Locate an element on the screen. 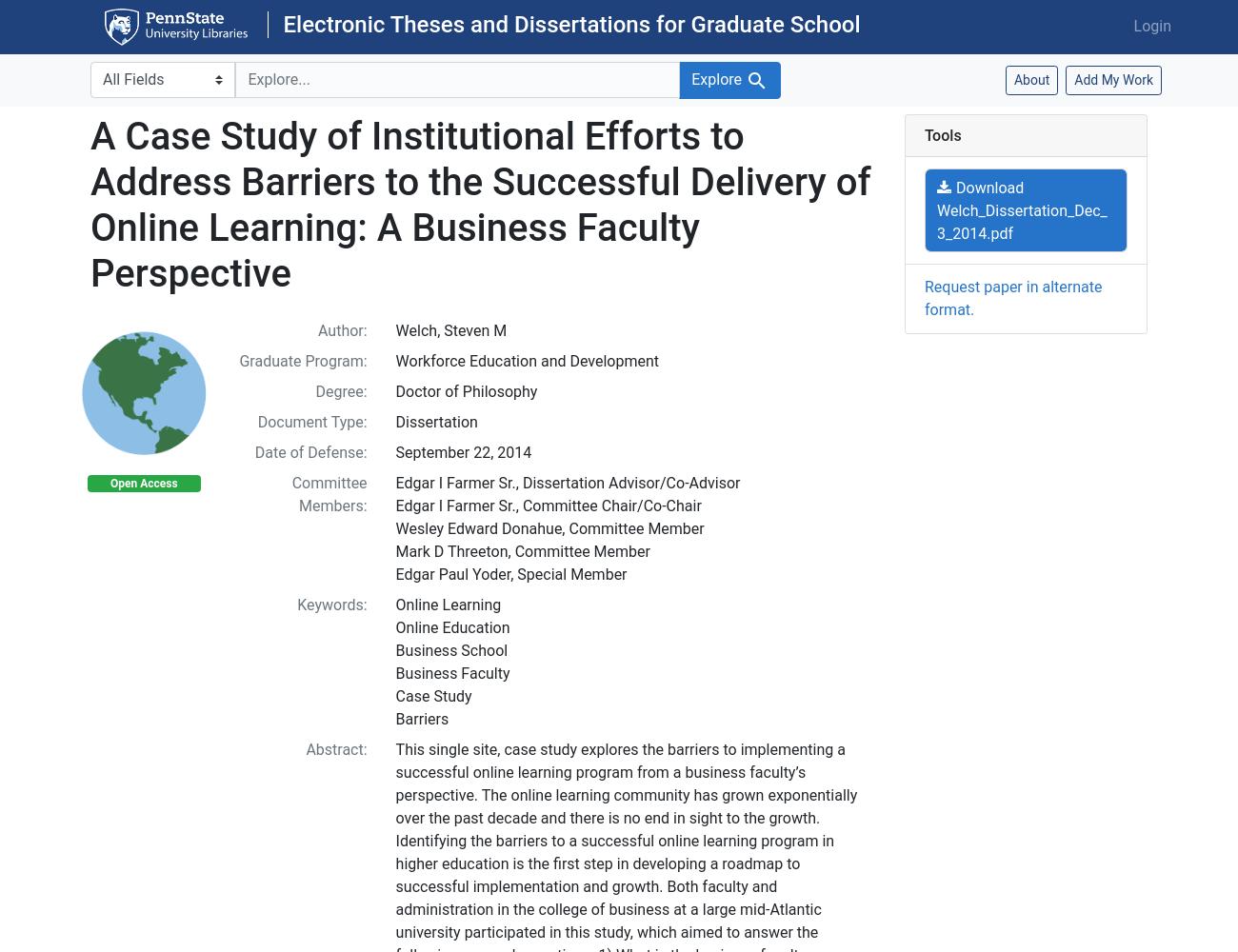  'Edgar I Farmer Sr., Dissertation Advisor/Co-Advisor' is located at coordinates (394, 482).